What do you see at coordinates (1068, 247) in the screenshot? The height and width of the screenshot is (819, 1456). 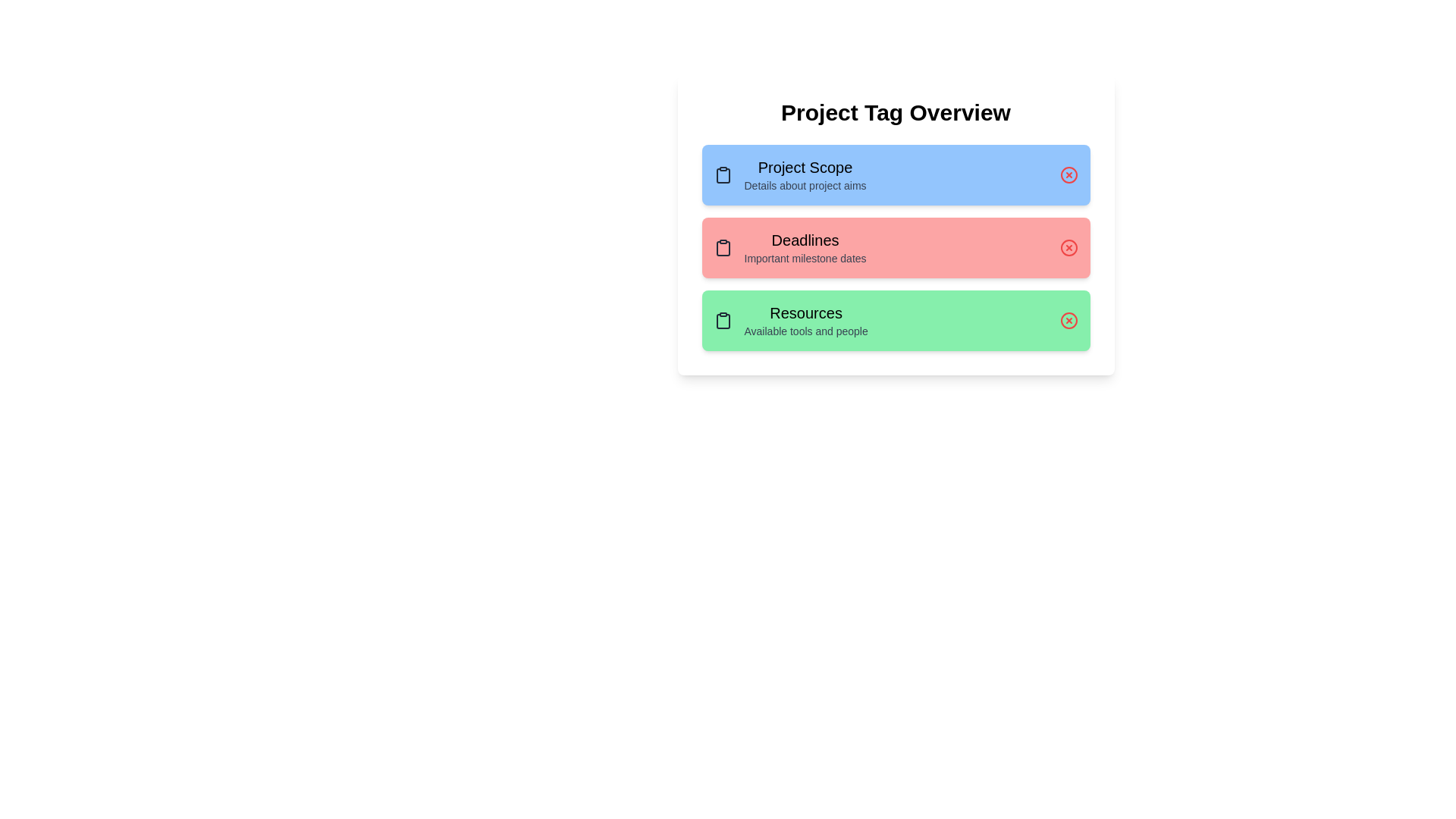 I see `the delete button for the tag labeled 'Deadlines' to remove it` at bounding box center [1068, 247].